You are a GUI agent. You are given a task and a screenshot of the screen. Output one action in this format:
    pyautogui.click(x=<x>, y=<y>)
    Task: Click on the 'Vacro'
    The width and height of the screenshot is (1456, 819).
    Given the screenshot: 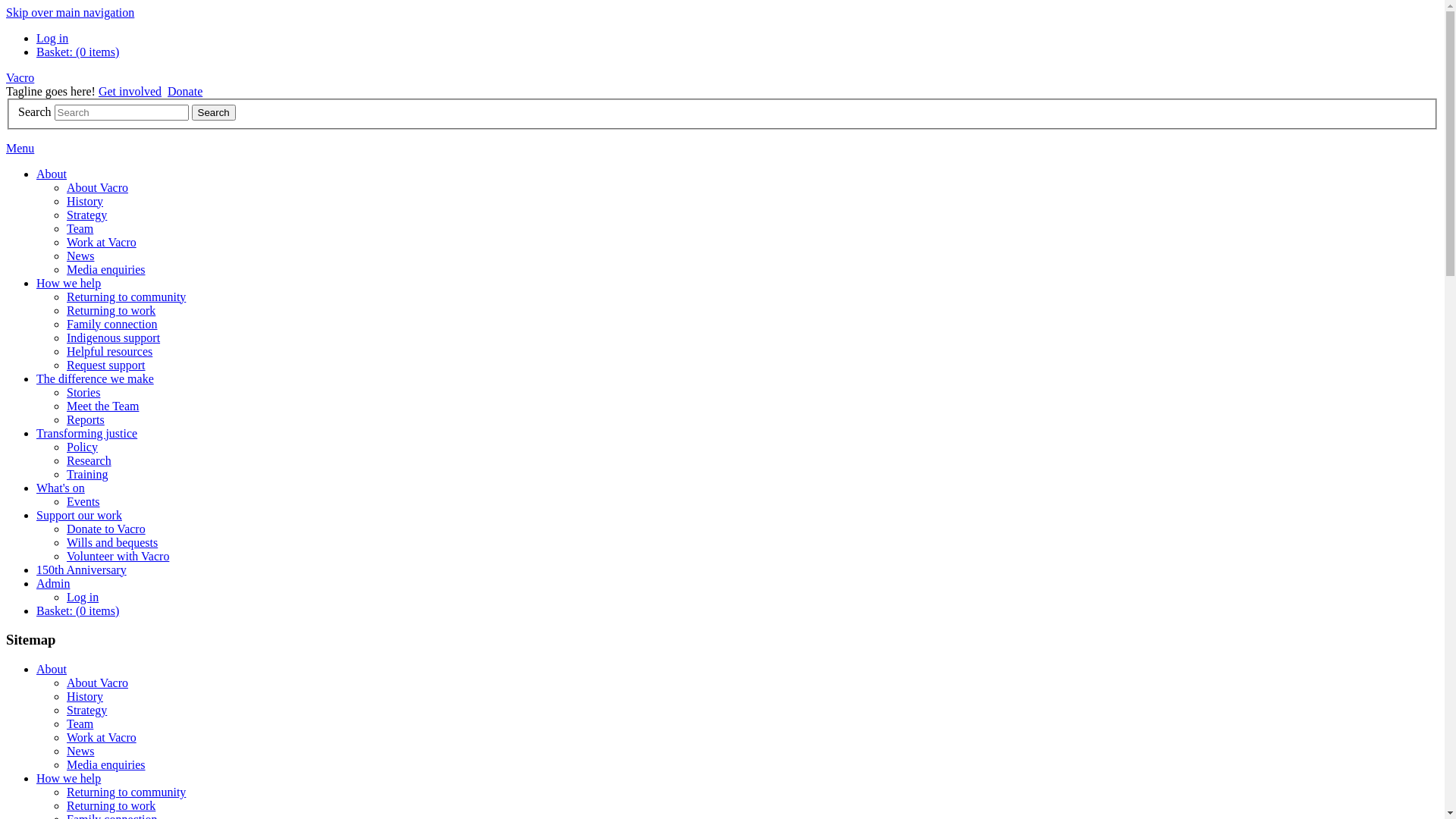 What is the action you would take?
    pyautogui.click(x=20, y=77)
    